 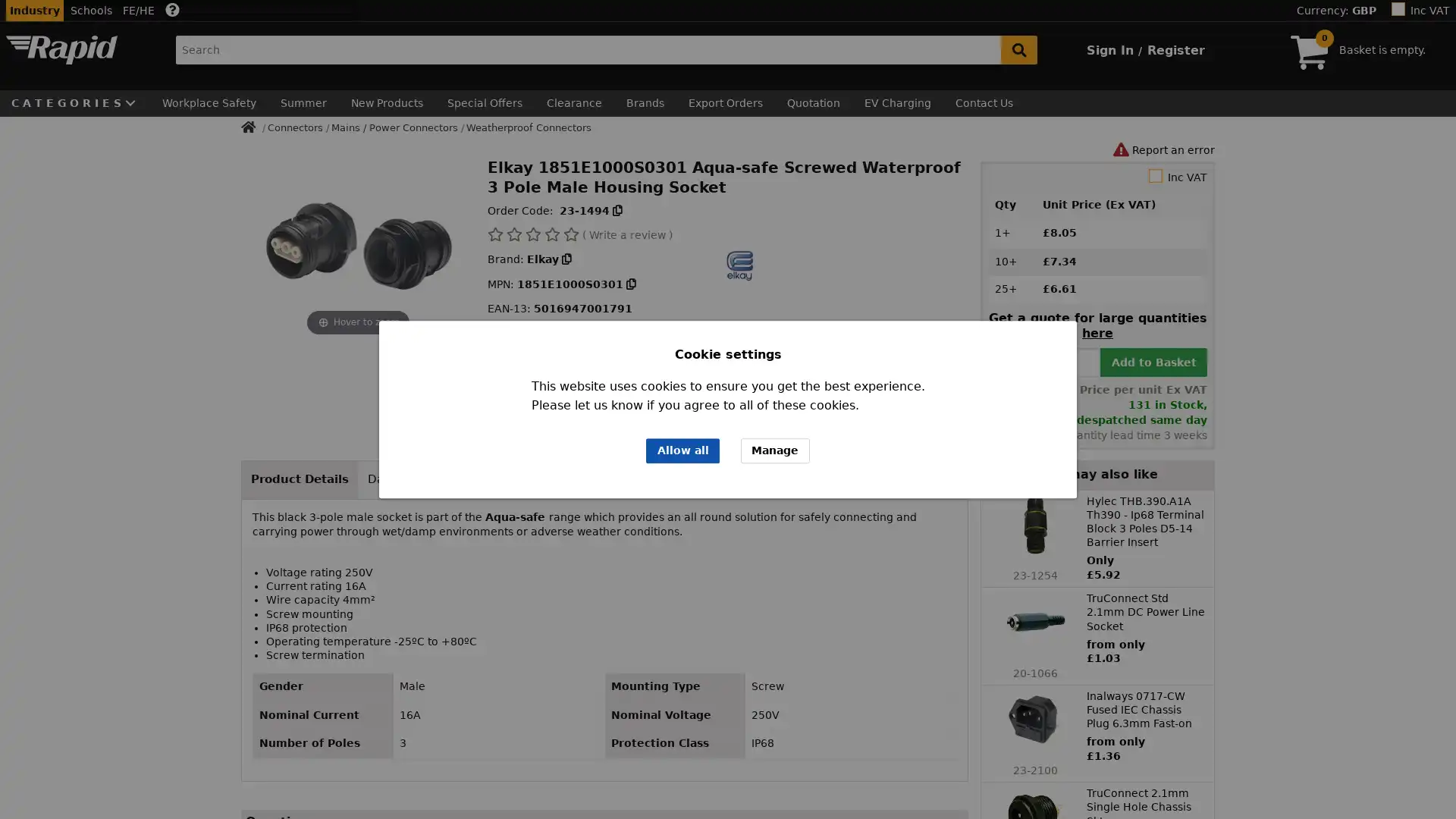 I want to click on Write a Review, so click(x=910, y=783).